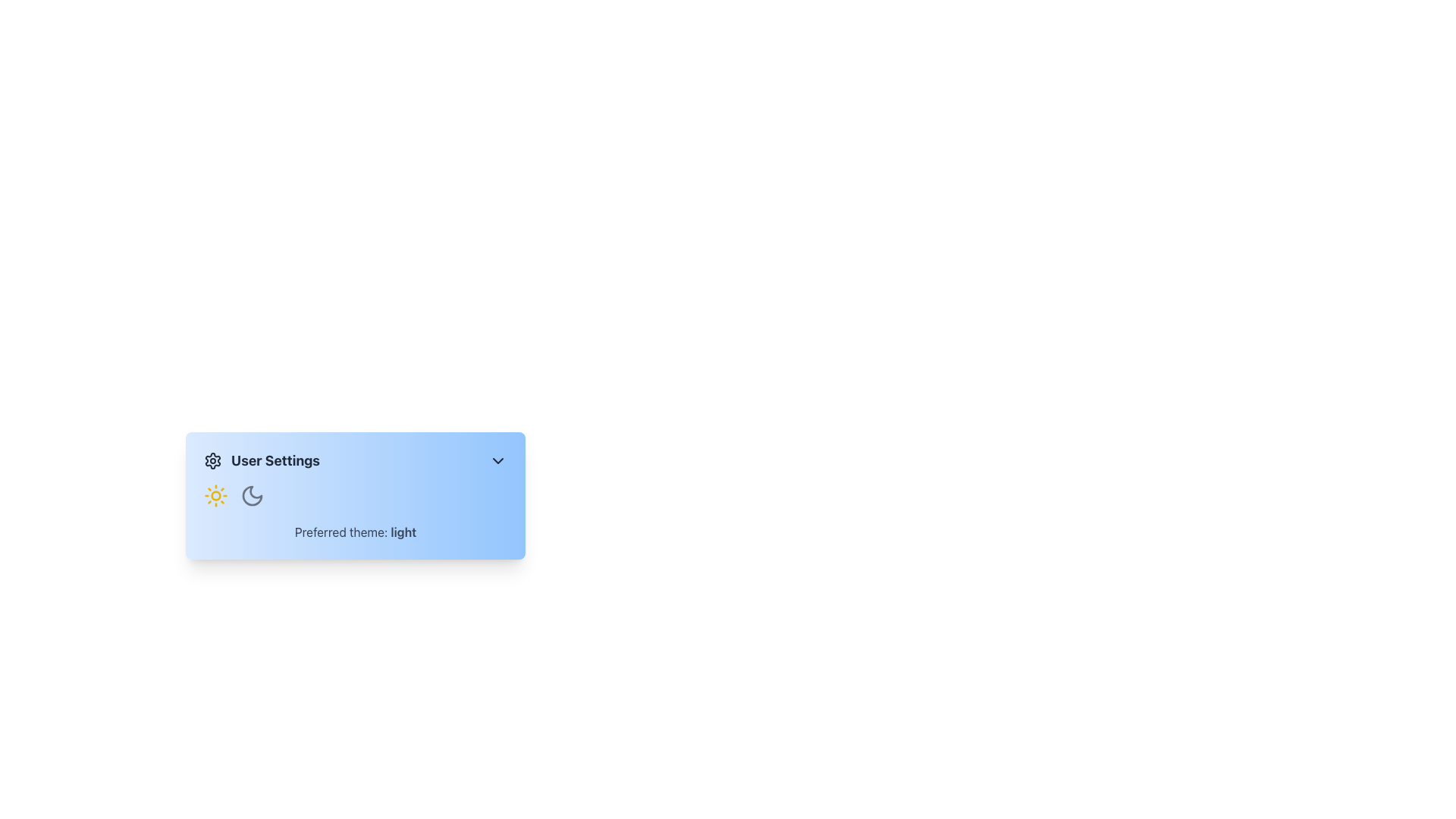  I want to click on the gear icon representing settings, which is located to the left of the 'User Settings' text, so click(212, 460).